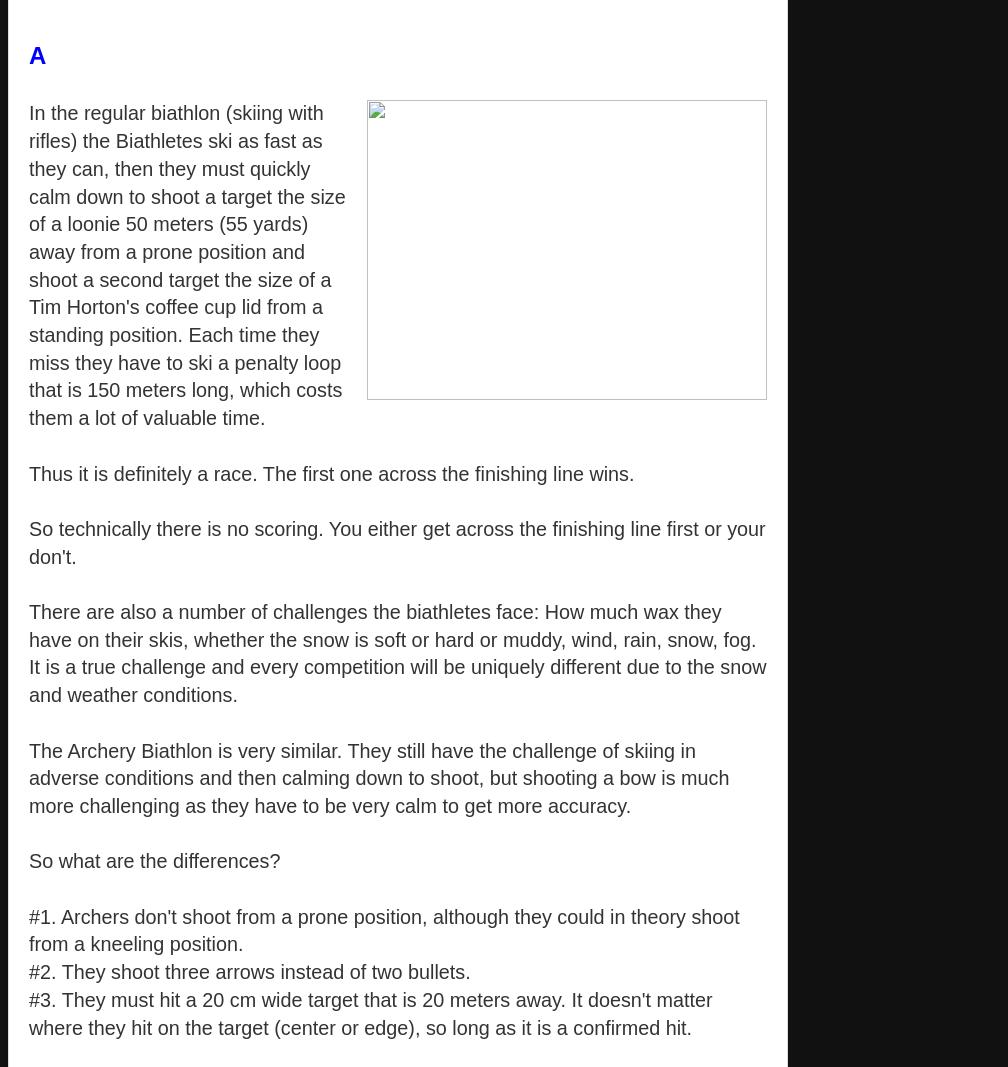 The height and width of the screenshot is (1067, 1008). What do you see at coordinates (384, 929) in the screenshot?
I see `'#1. Archers don't shoot from a prone position, although they could in theory shoot from a kneeling position.'` at bounding box center [384, 929].